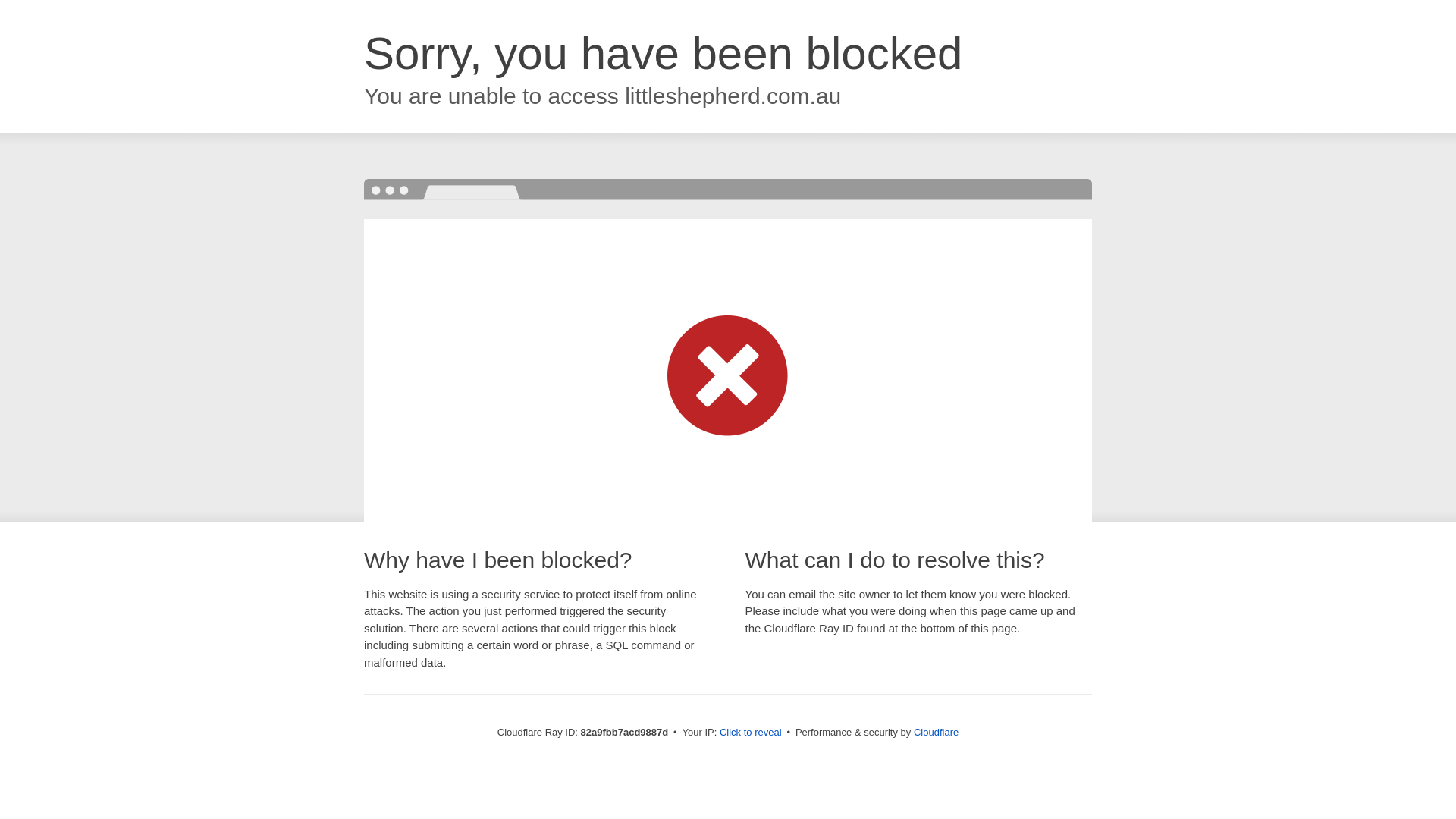  I want to click on 'Cloudflare', so click(935, 731).